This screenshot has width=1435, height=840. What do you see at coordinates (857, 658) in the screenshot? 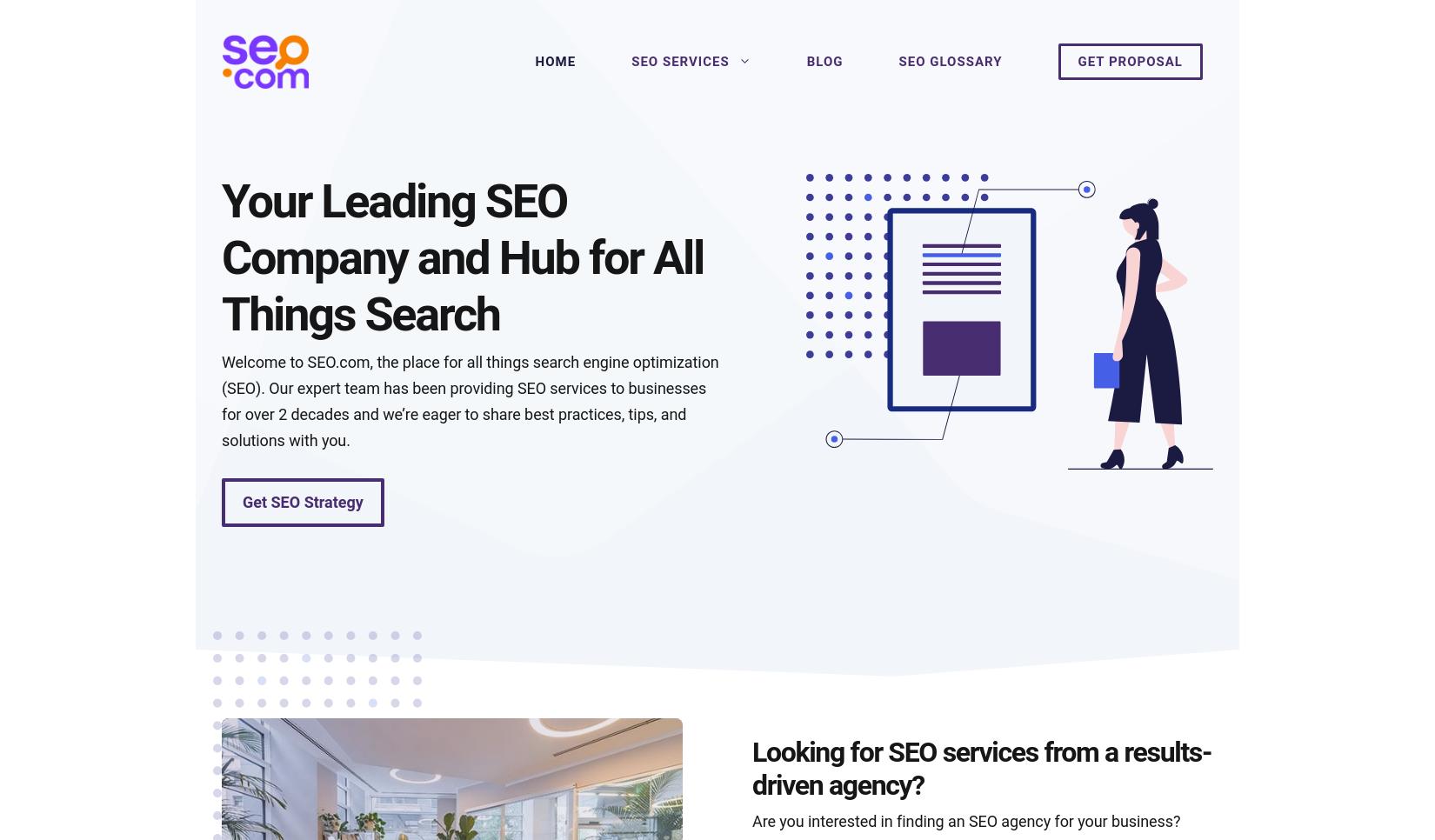
I see `'How to build a keyword list'` at bounding box center [857, 658].